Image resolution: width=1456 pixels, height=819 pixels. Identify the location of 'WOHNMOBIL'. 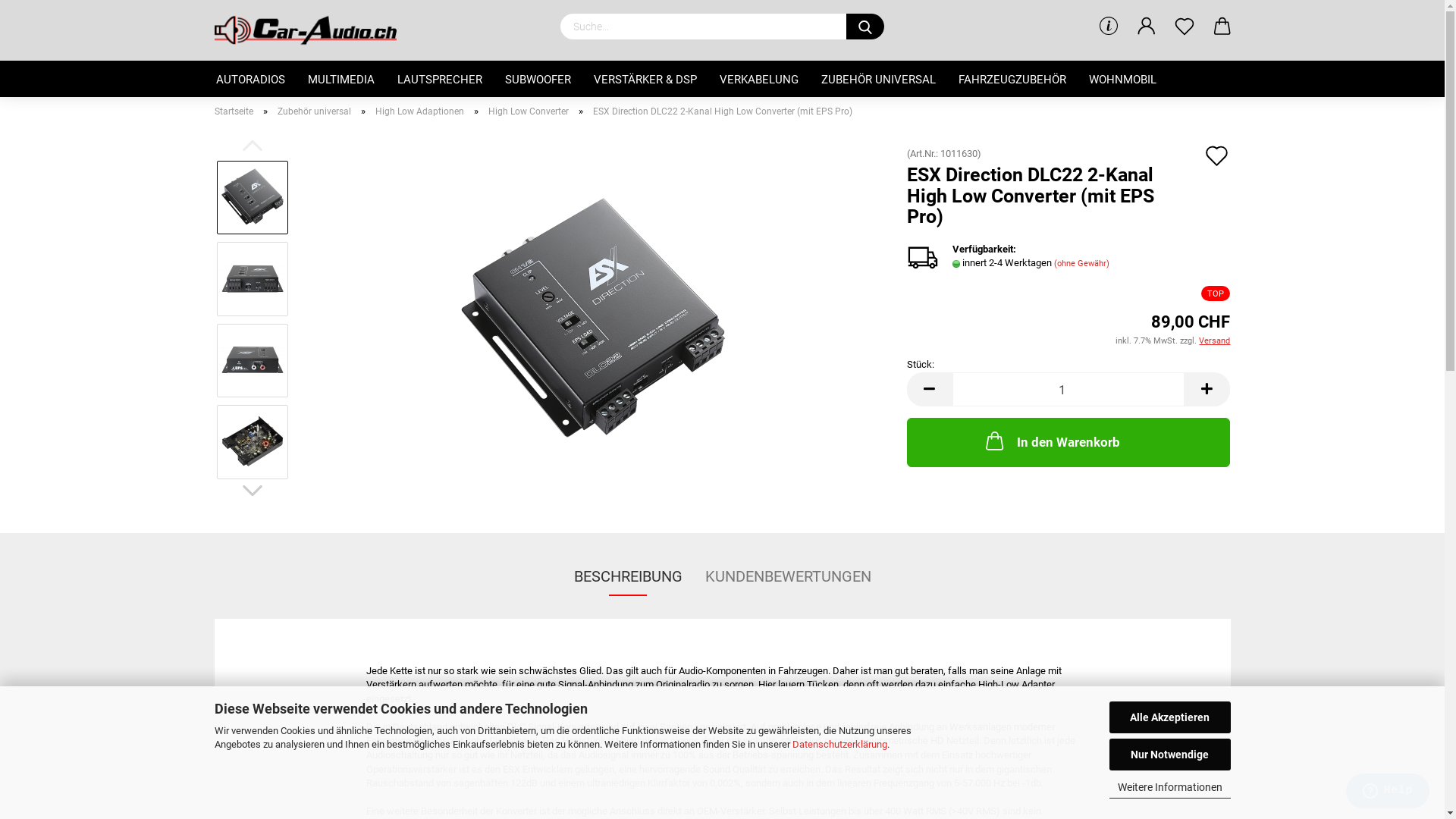
(1076, 79).